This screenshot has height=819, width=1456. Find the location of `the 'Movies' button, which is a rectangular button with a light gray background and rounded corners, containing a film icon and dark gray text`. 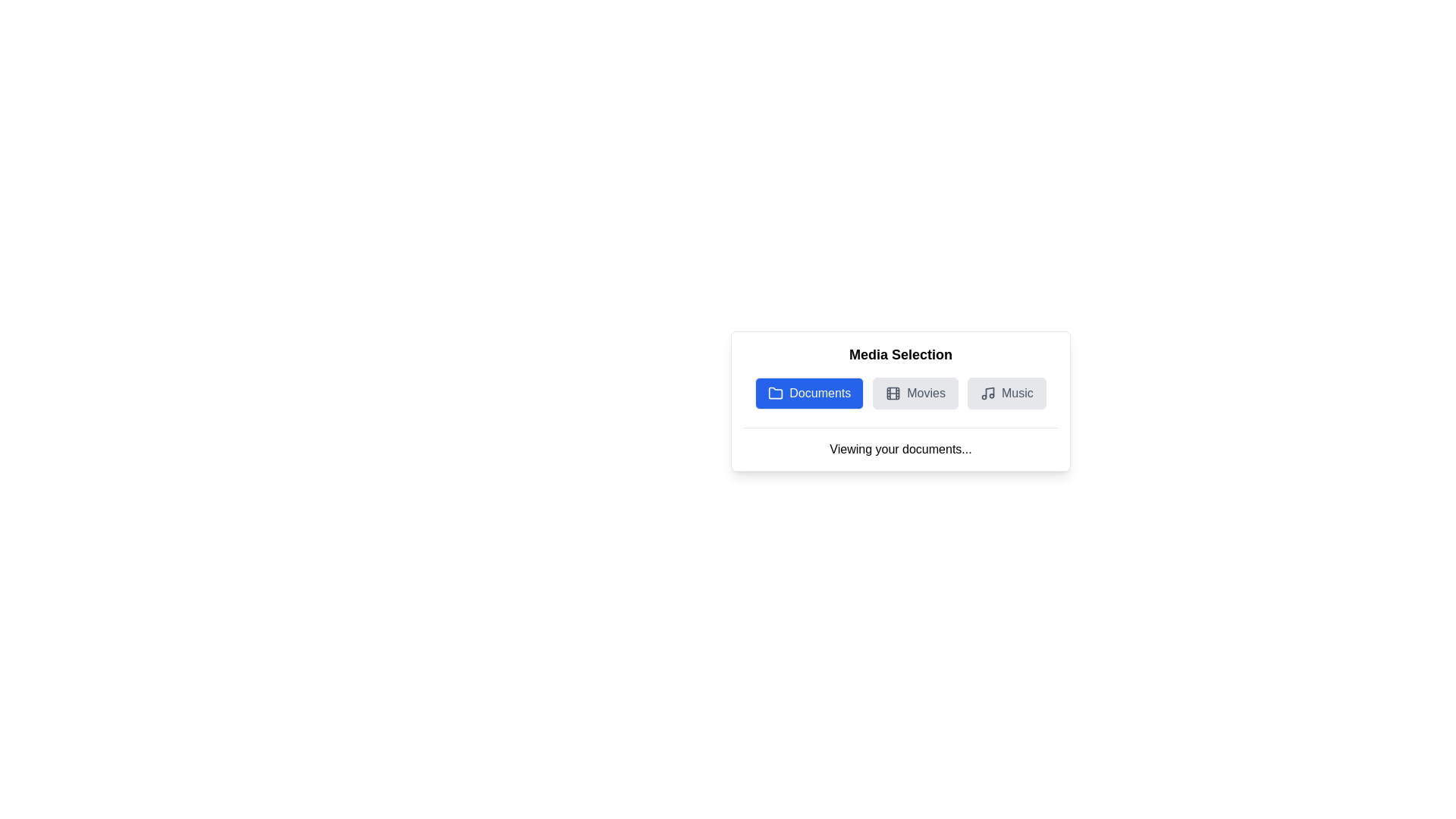

the 'Movies' button, which is a rectangular button with a light gray background and rounded corners, containing a film icon and dark gray text is located at coordinates (915, 393).